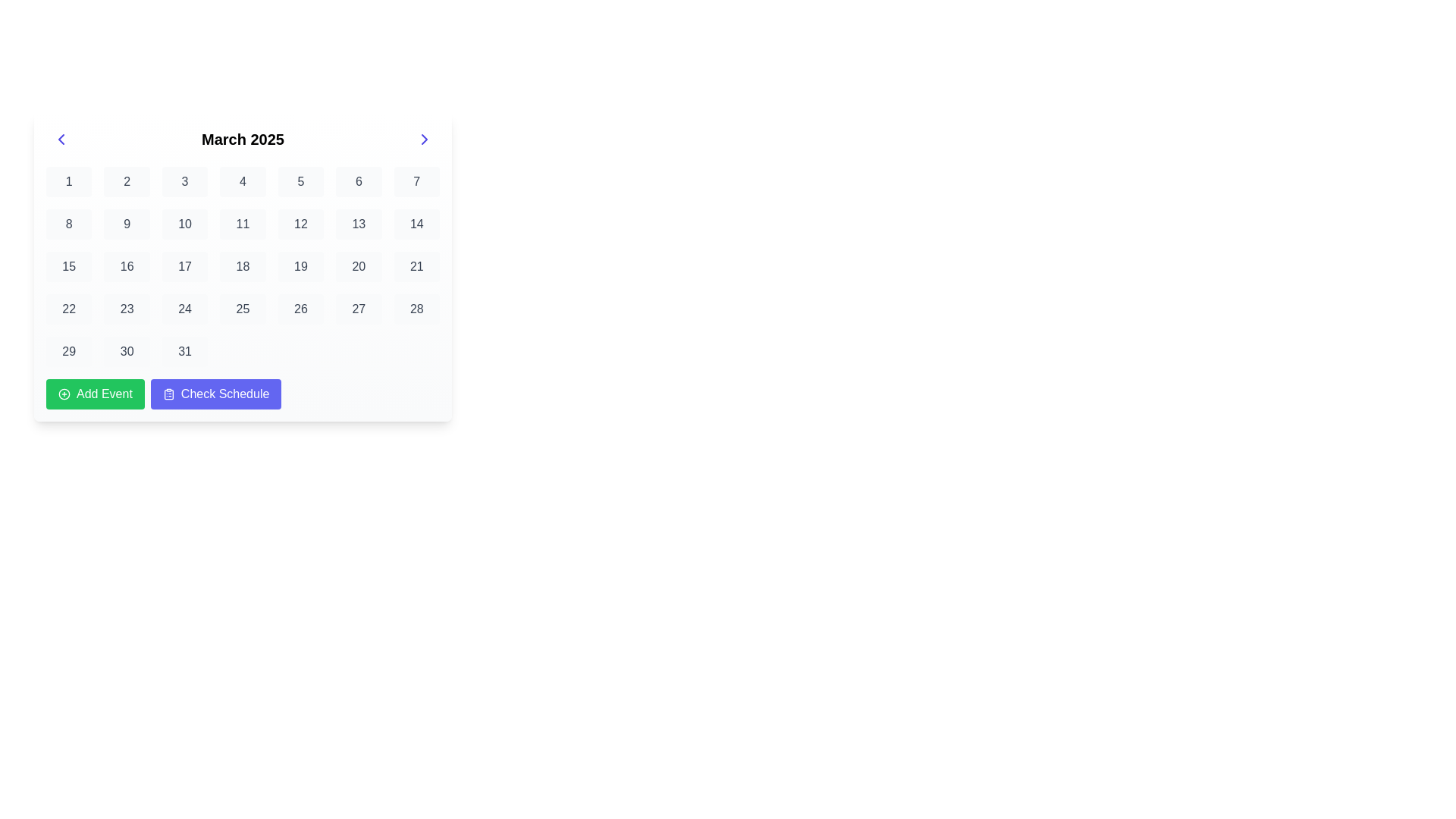 The image size is (1456, 819). What do you see at coordinates (127, 309) in the screenshot?
I see `the Text display element representing the 23rd day in the calendar grid cell located in the fourth cell of the fifth row` at bounding box center [127, 309].